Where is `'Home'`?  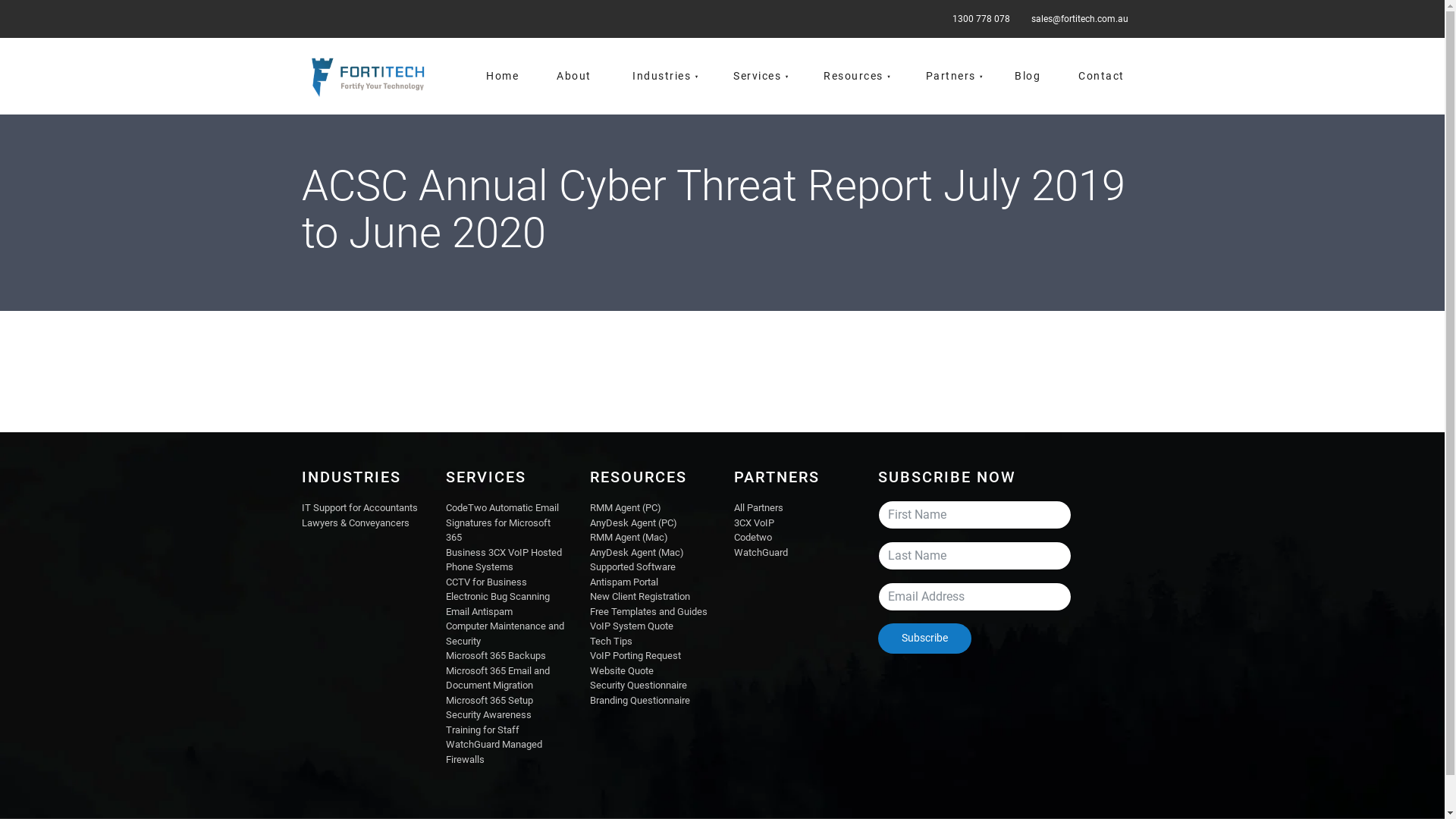
'Home' is located at coordinates (502, 76).